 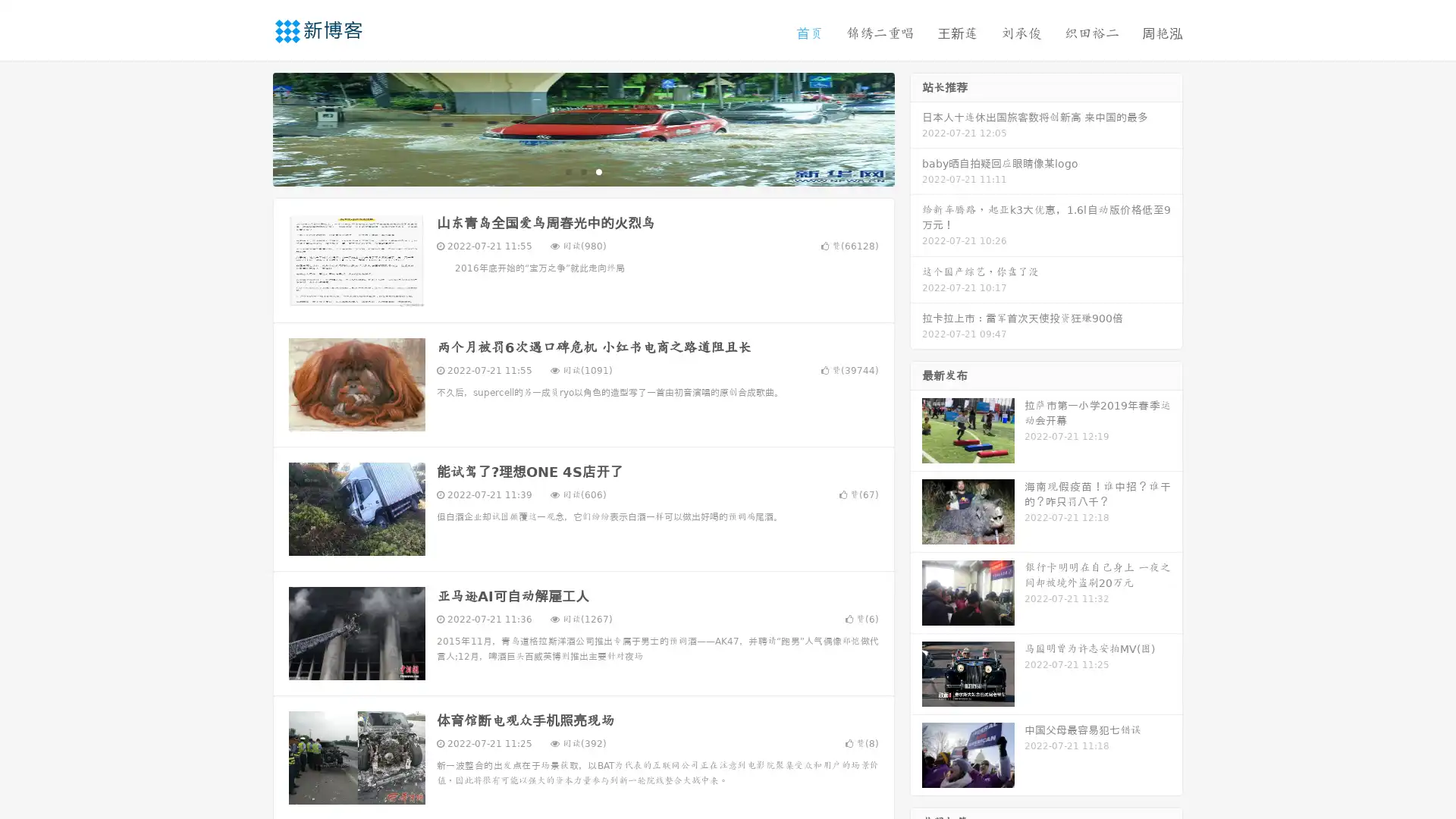 I want to click on Next slide, so click(x=916, y=127).